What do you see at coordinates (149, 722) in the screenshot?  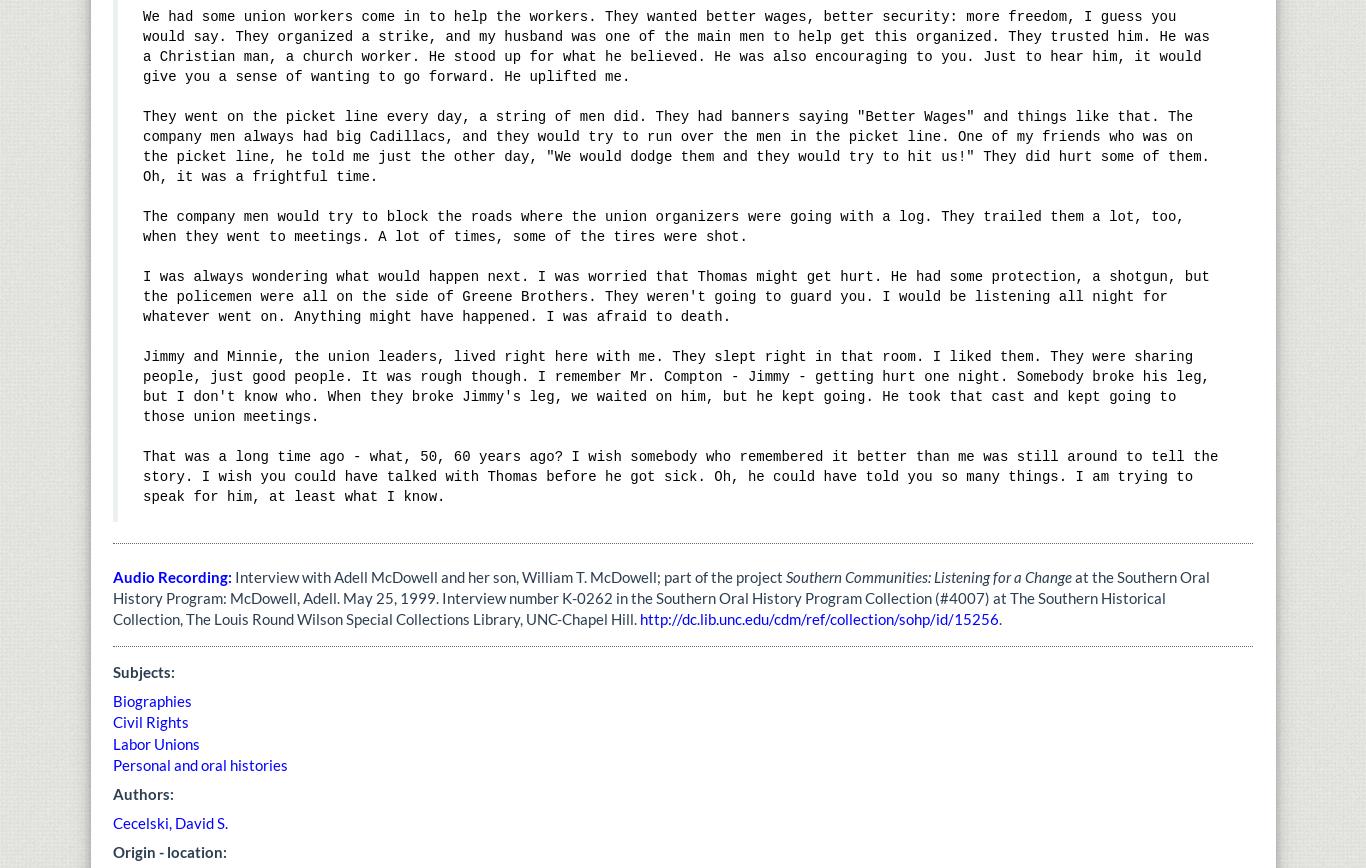 I see `'Civil Rights'` at bounding box center [149, 722].